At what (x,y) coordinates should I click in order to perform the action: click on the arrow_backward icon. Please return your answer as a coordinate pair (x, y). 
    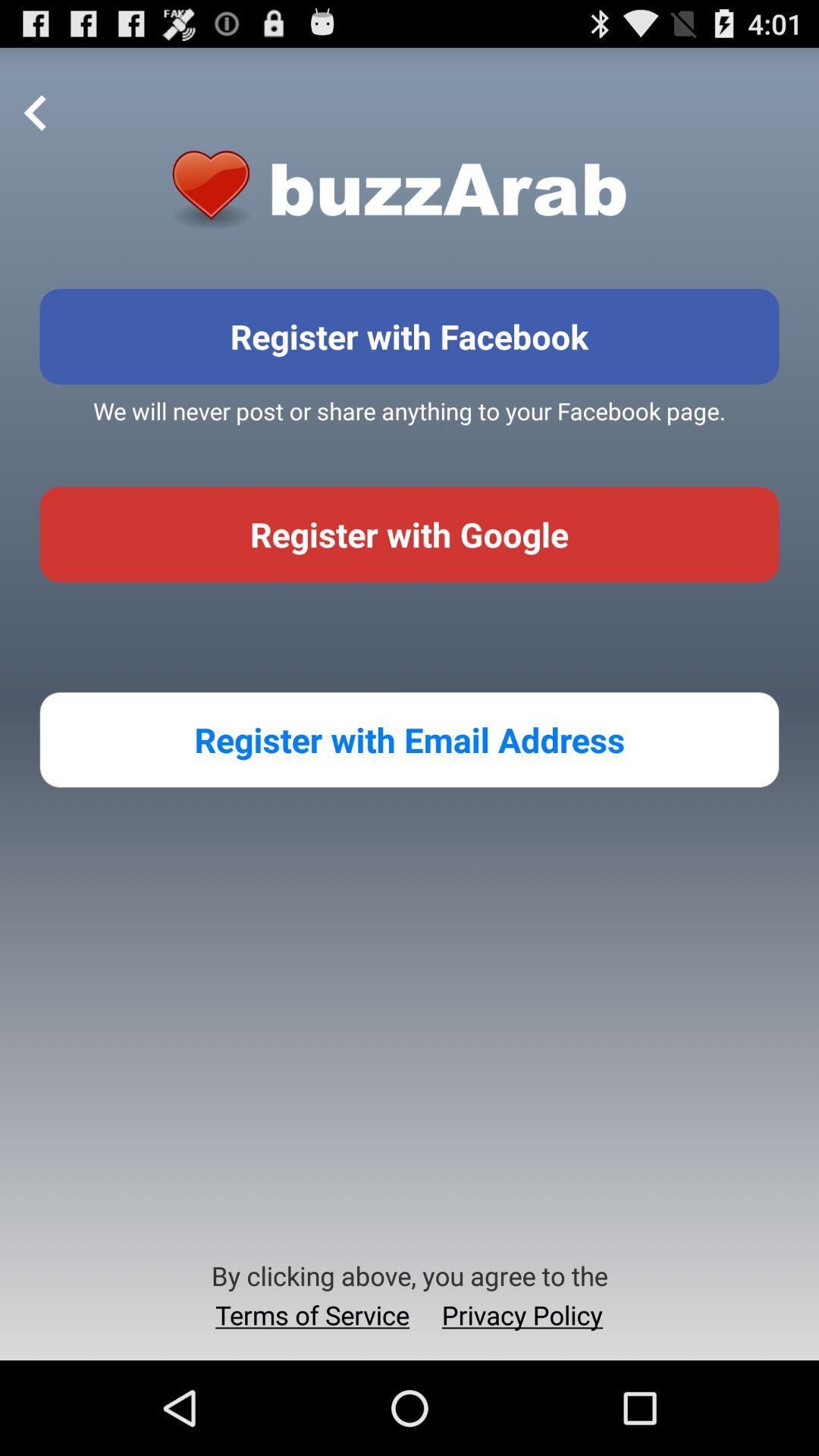
    Looking at the image, I should click on (35, 121).